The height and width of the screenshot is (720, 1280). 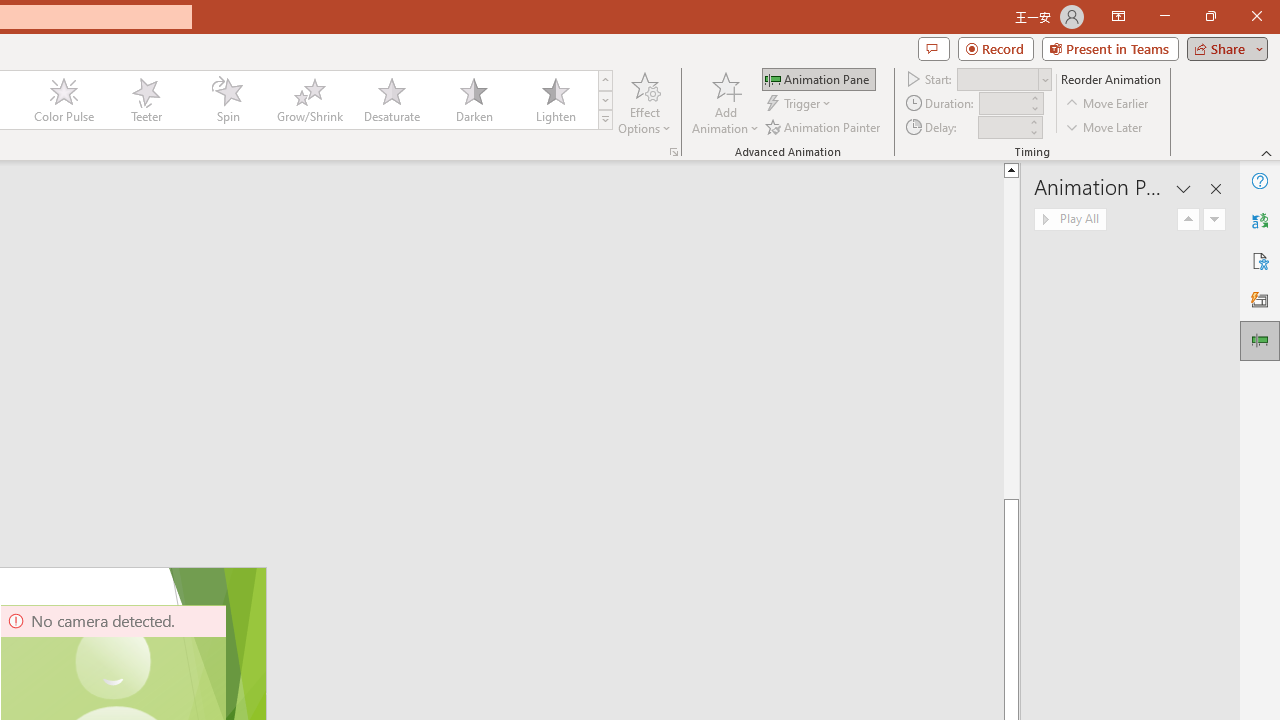 What do you see at coordinates (144, 100) in the screenshot?
I see `'Teeter'` at bounding box center [144, 100].